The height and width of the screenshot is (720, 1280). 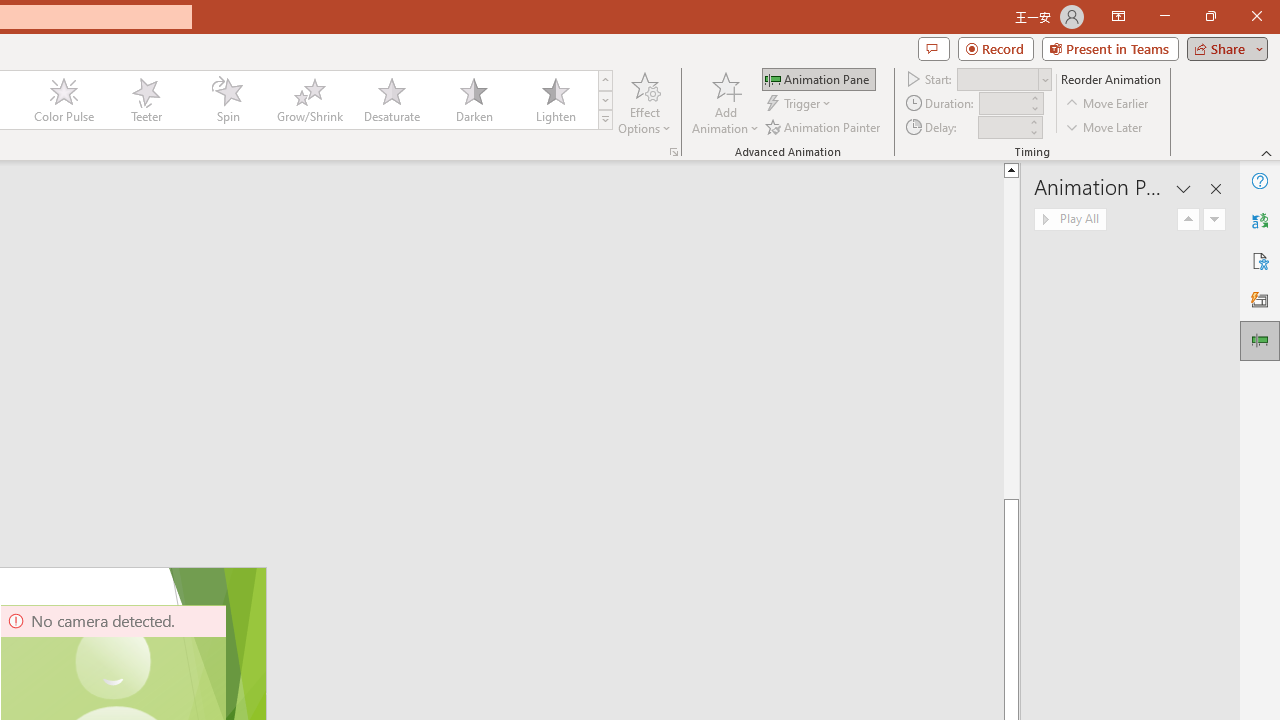 What do you see at coordinates (144, 100) in the screenshot?
I see `'Teeter'` at bounding box center [144, 100].